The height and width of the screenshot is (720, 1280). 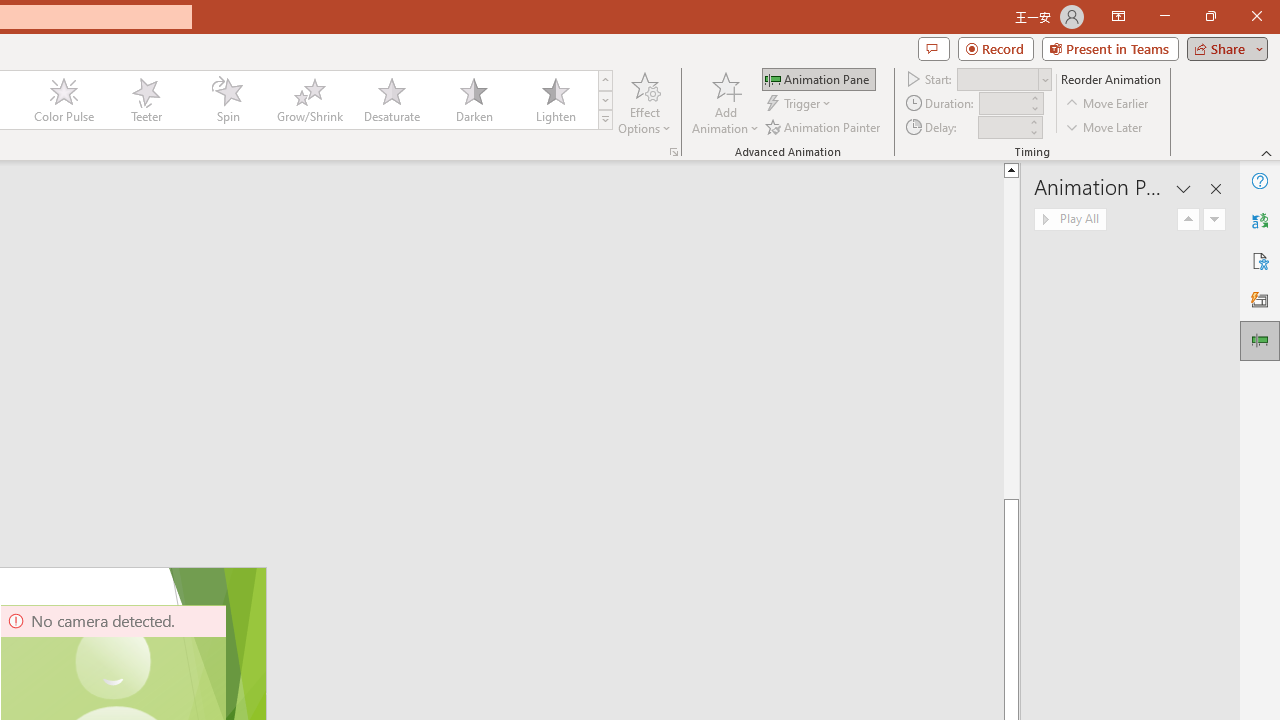 What do you see at coordinates (144, 100) in the screenshot?
I see `'Teeter'` at bounding box center [144, 100].